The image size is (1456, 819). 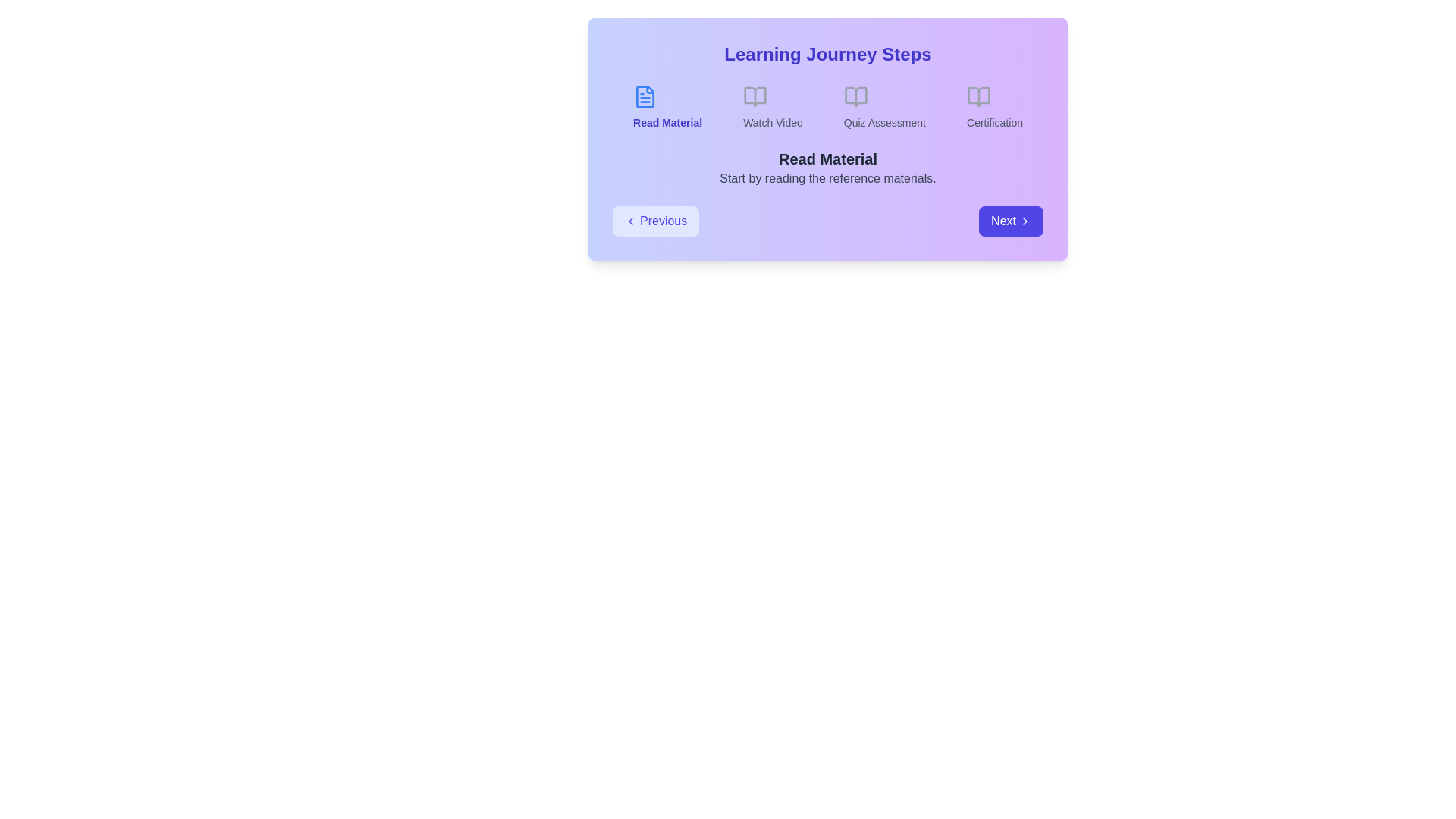 I want to click on the SVG icon resembling an open book, which is the second icon in a horizontal menu layout, so click(x=755, y=96).